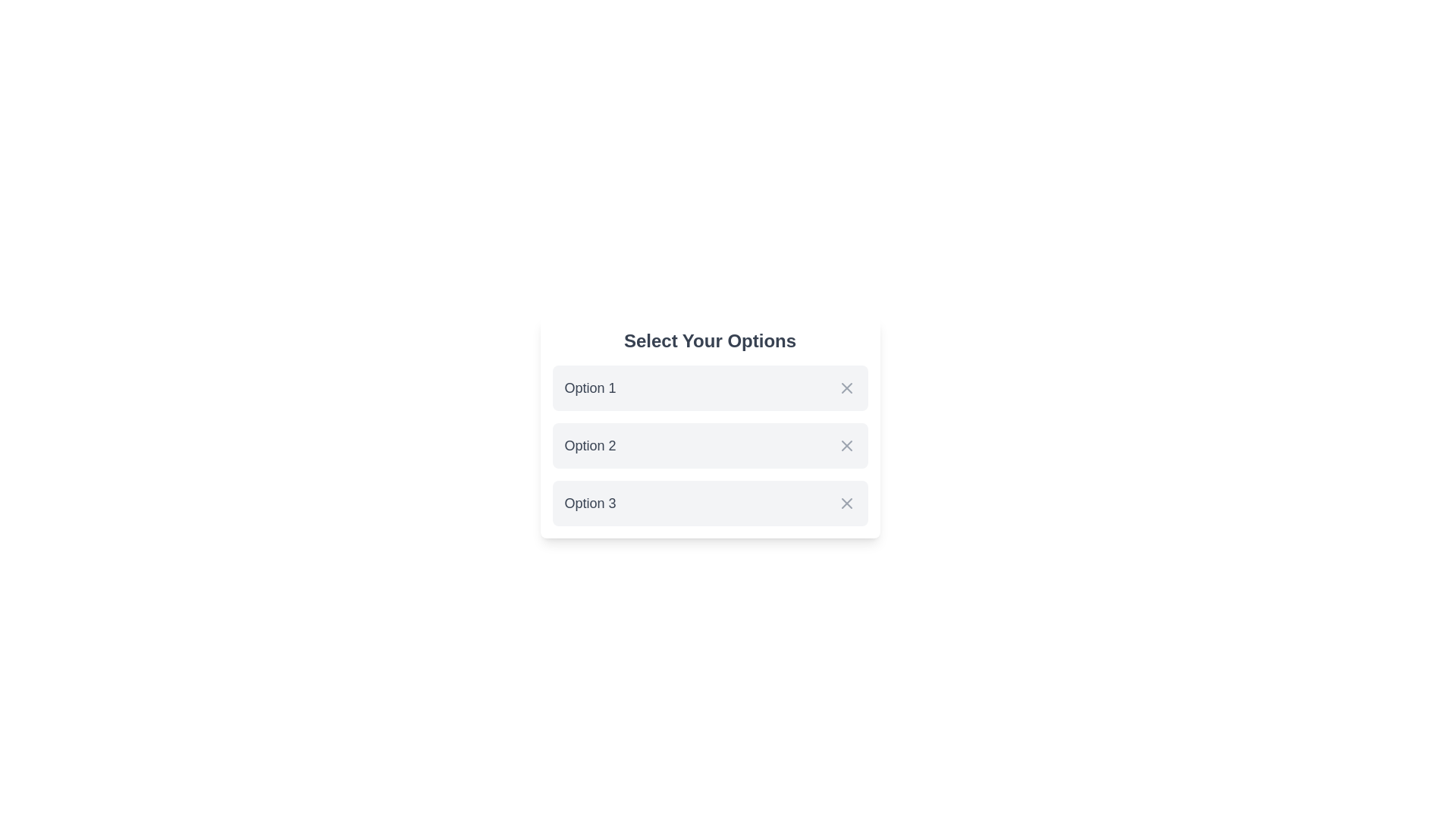  I want to click on the text label that reads 'Option 3' to potentially receive visual feedback, so click(589, 503).